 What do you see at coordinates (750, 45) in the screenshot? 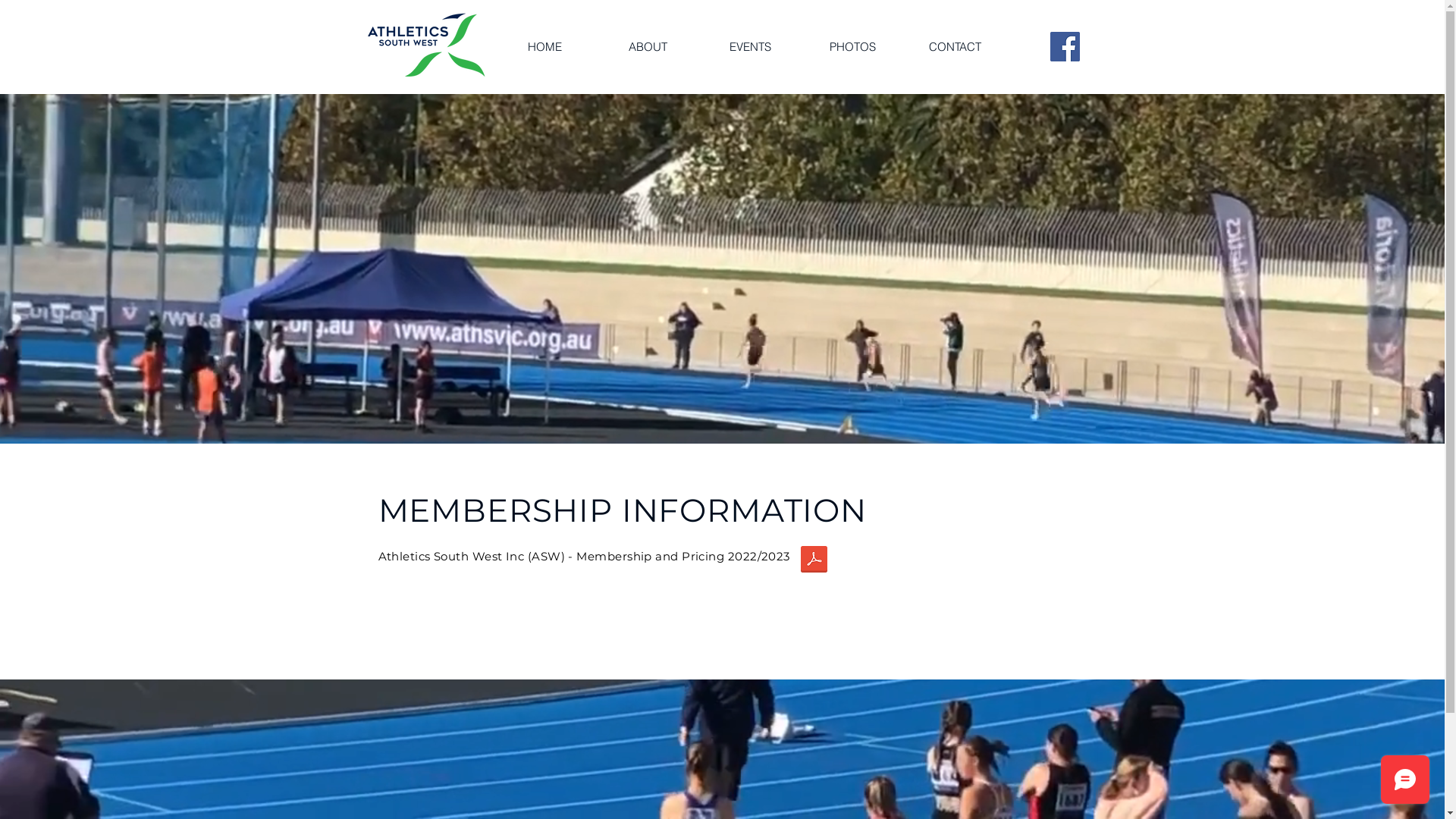
I see `'EVENTS'` at bounding box center [750, 45].